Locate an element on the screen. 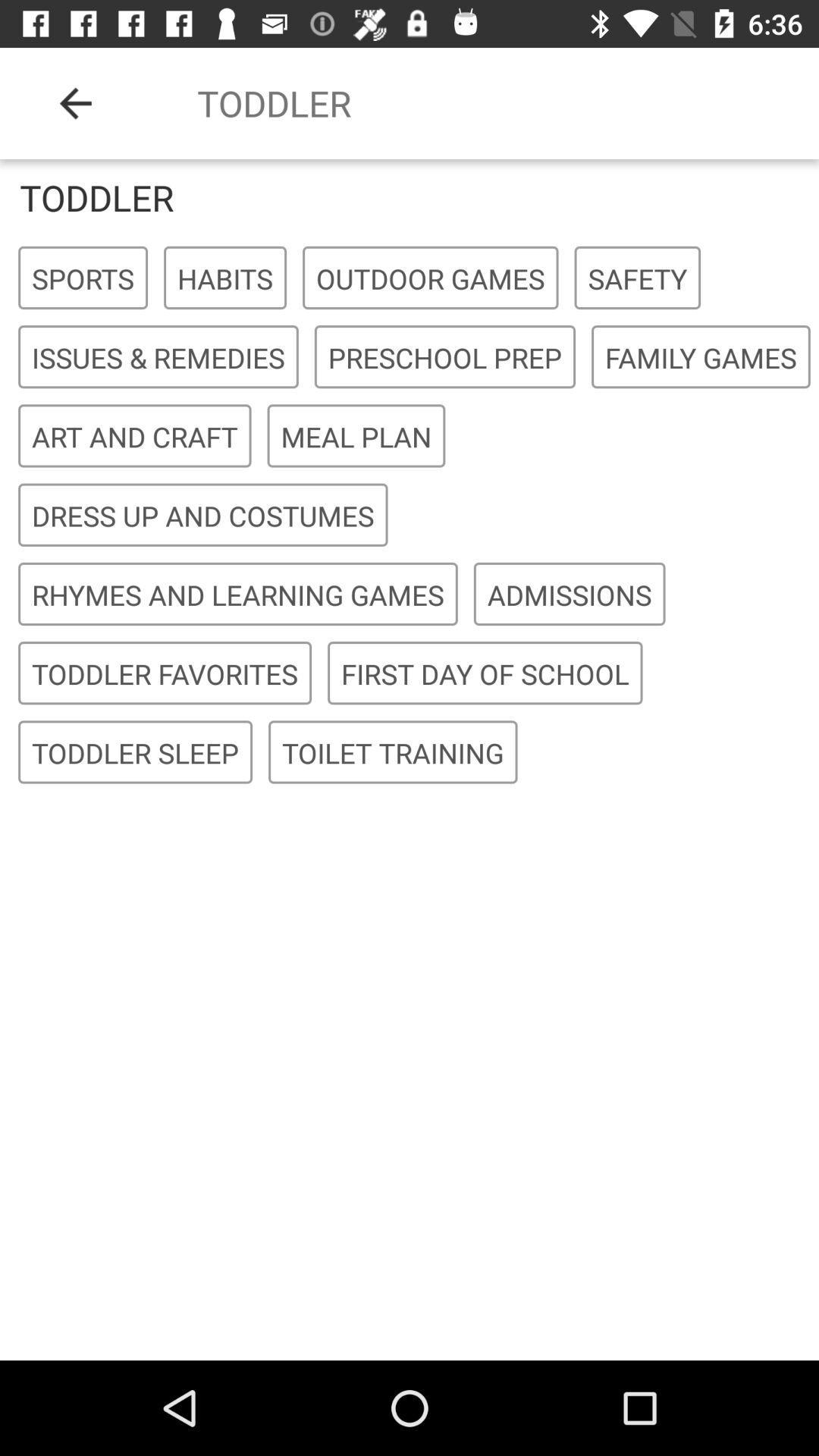 The height and width of the screenshot is (1456, 819). the icon above the toddler icon is located at coordinates (75, 102).